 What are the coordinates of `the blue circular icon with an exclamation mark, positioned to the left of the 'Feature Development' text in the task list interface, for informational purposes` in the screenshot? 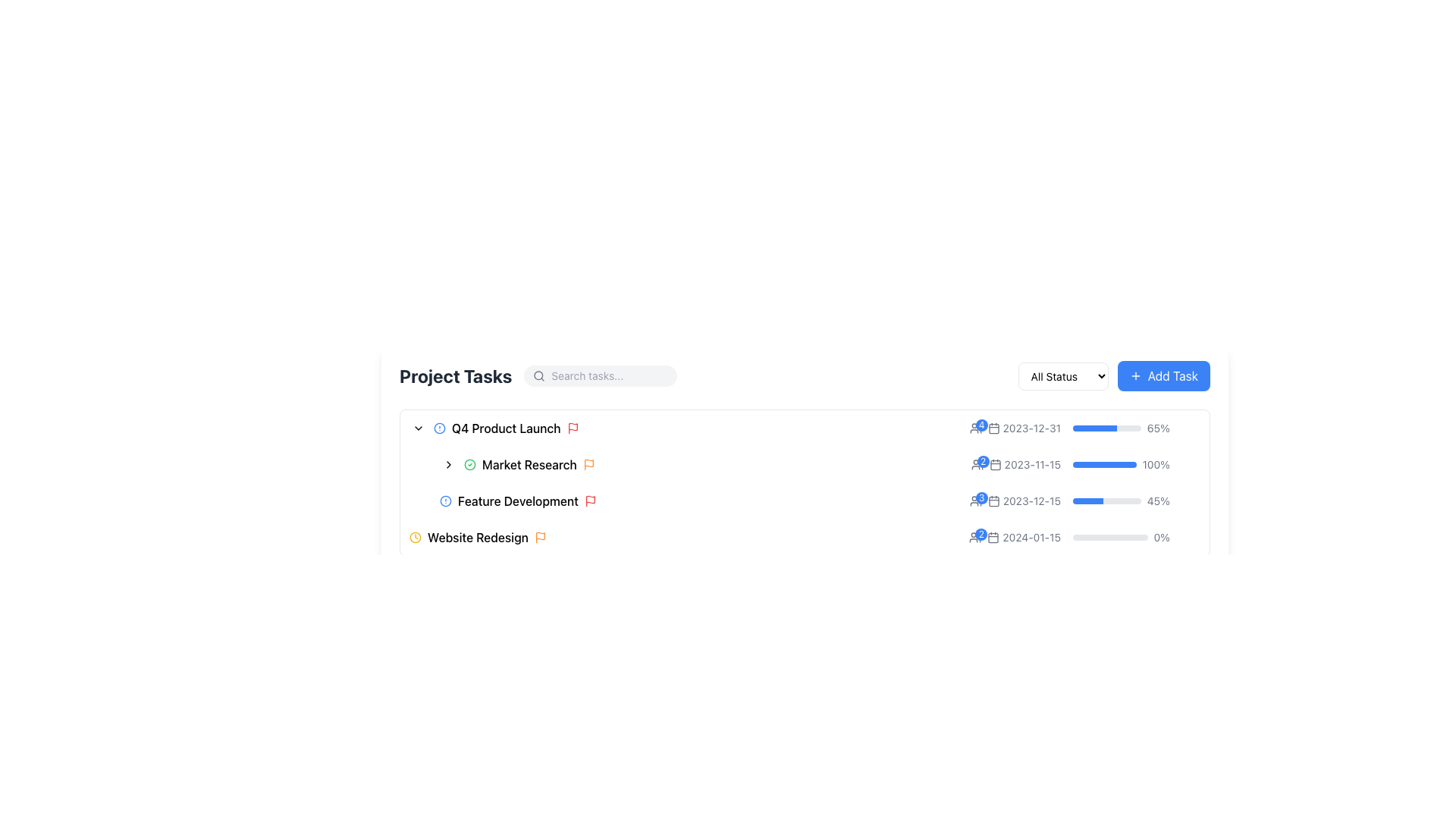 It's located at (445, 500).